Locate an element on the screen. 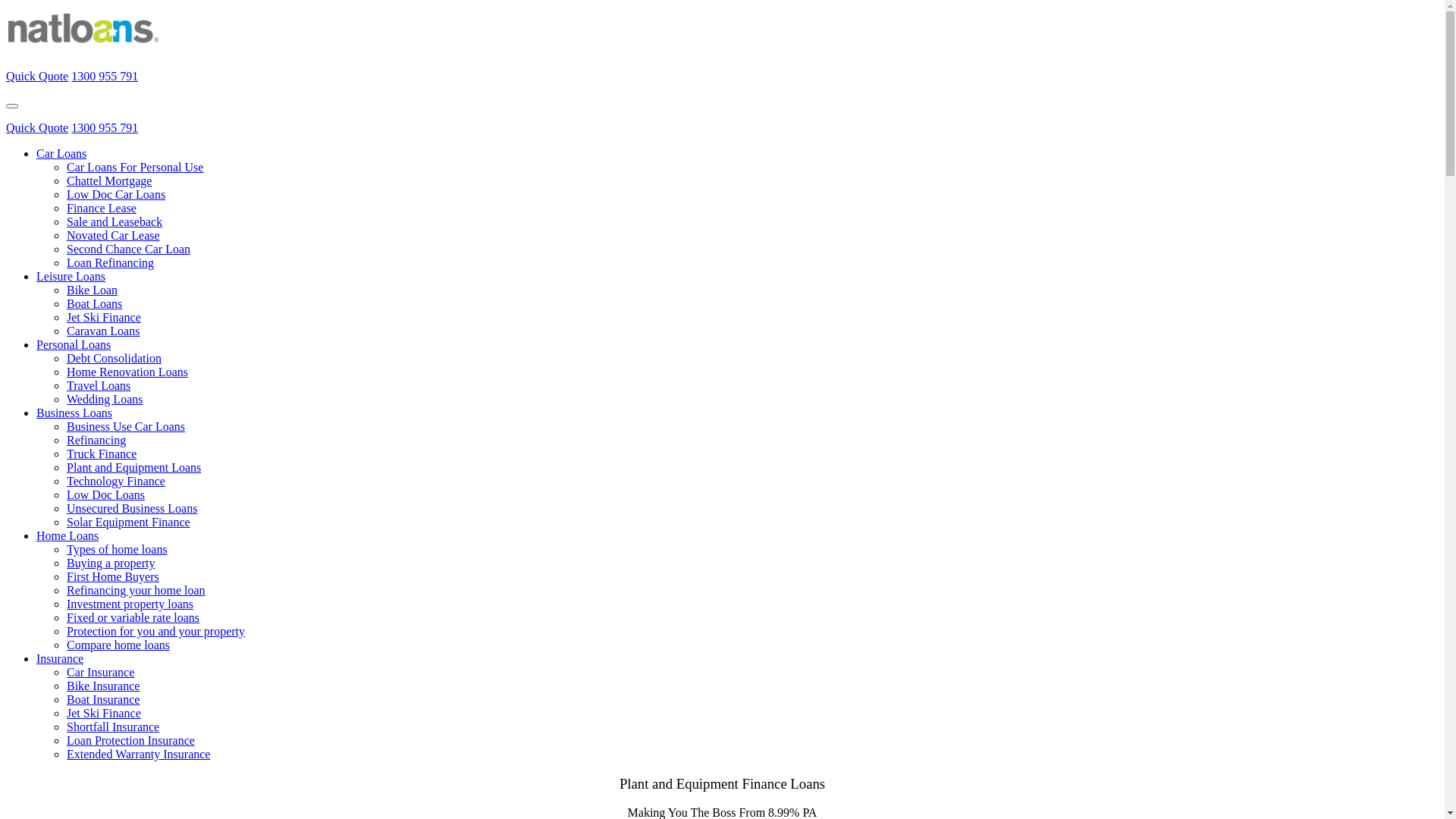  'Low Doc Loans' is located at coordinates (65, 494).